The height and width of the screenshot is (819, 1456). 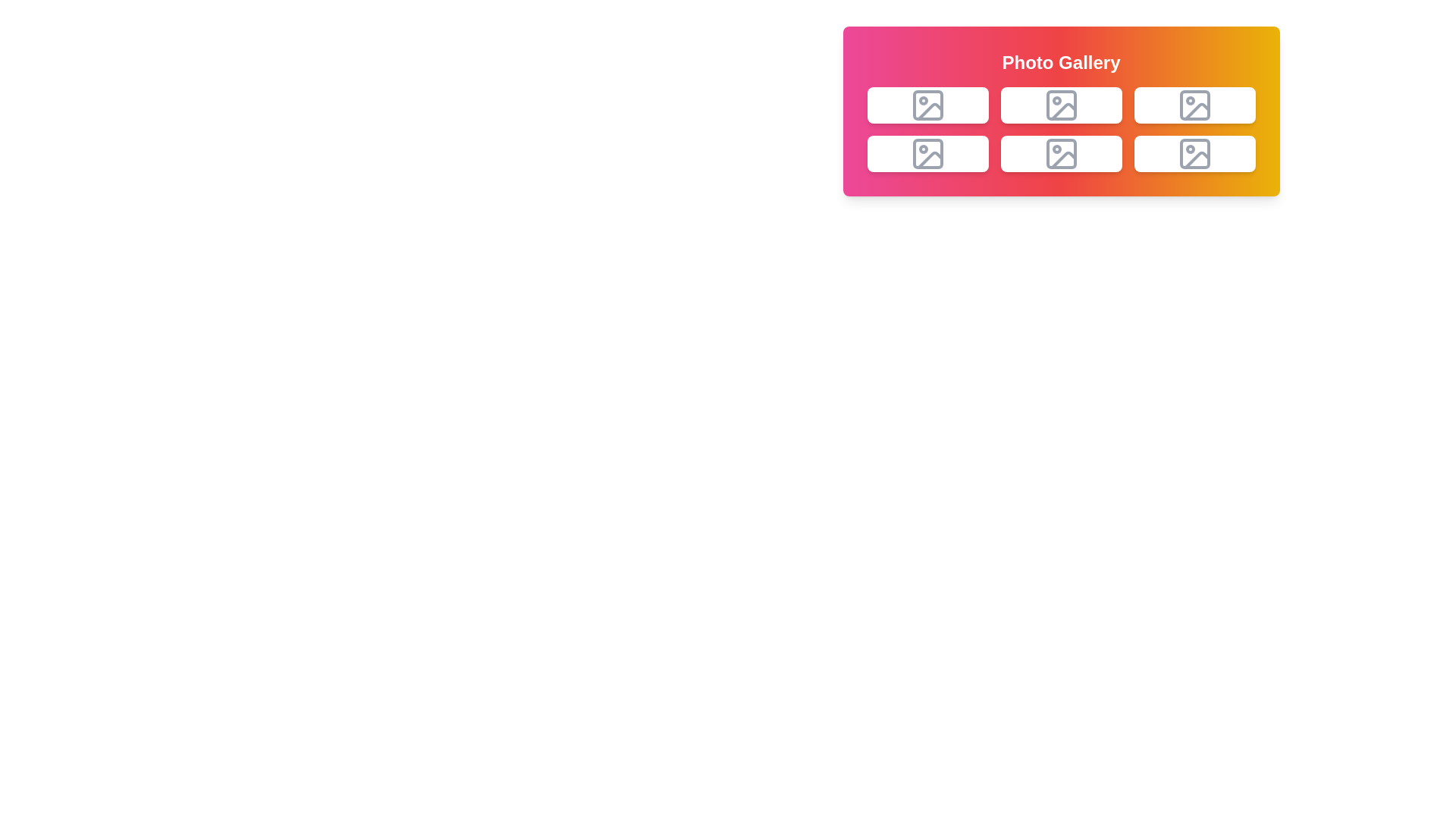 What do you see at coordinates (927, 154) in the screenshot?
I see `the SVG shape element in the second row and first column of the grid layout within the 'Photo Gallery' section, which serves as an image placeholder` at bounding box center [927, 154].